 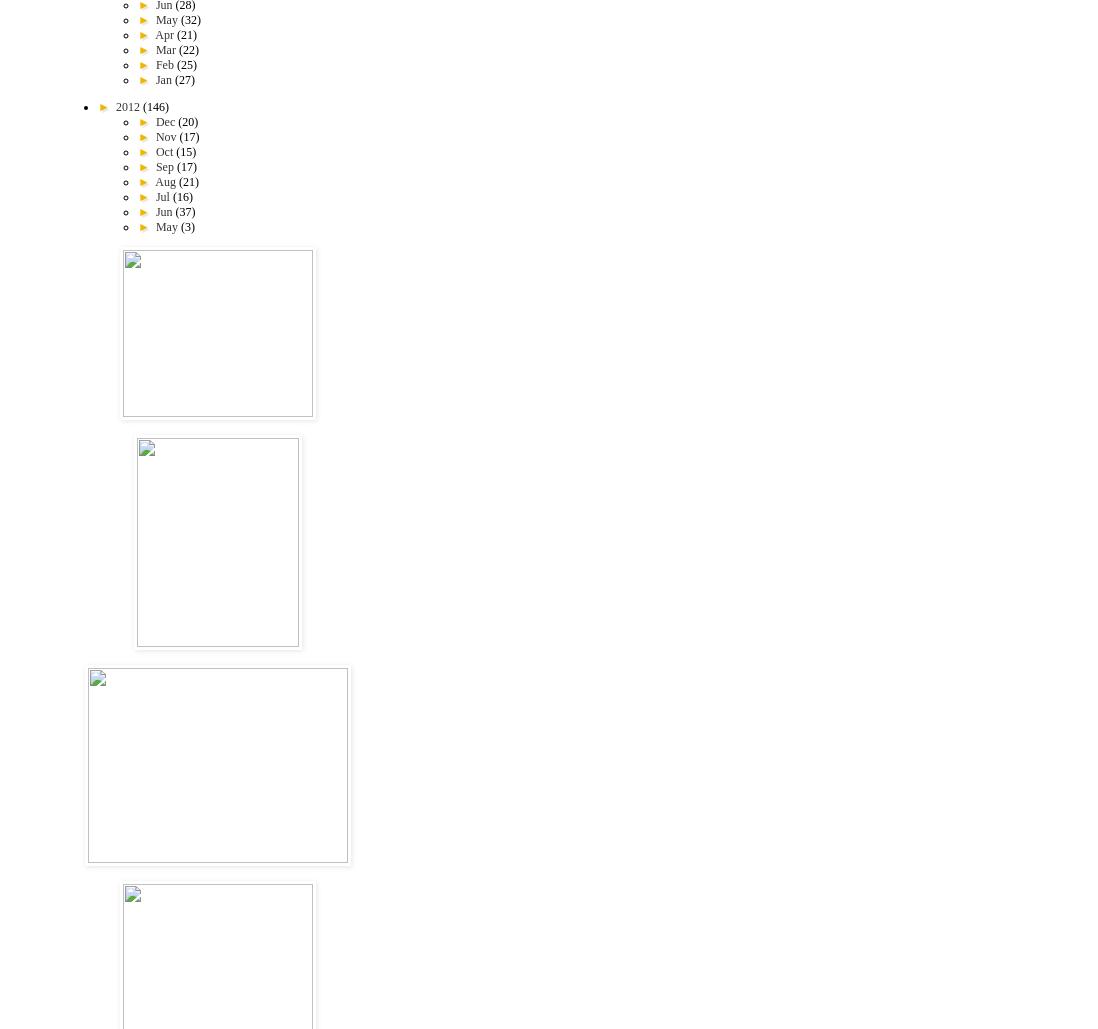 What do you see at coordinates (185, 225) in the screenshot?
I see `'(3)'` at bounding box center [185, 225].